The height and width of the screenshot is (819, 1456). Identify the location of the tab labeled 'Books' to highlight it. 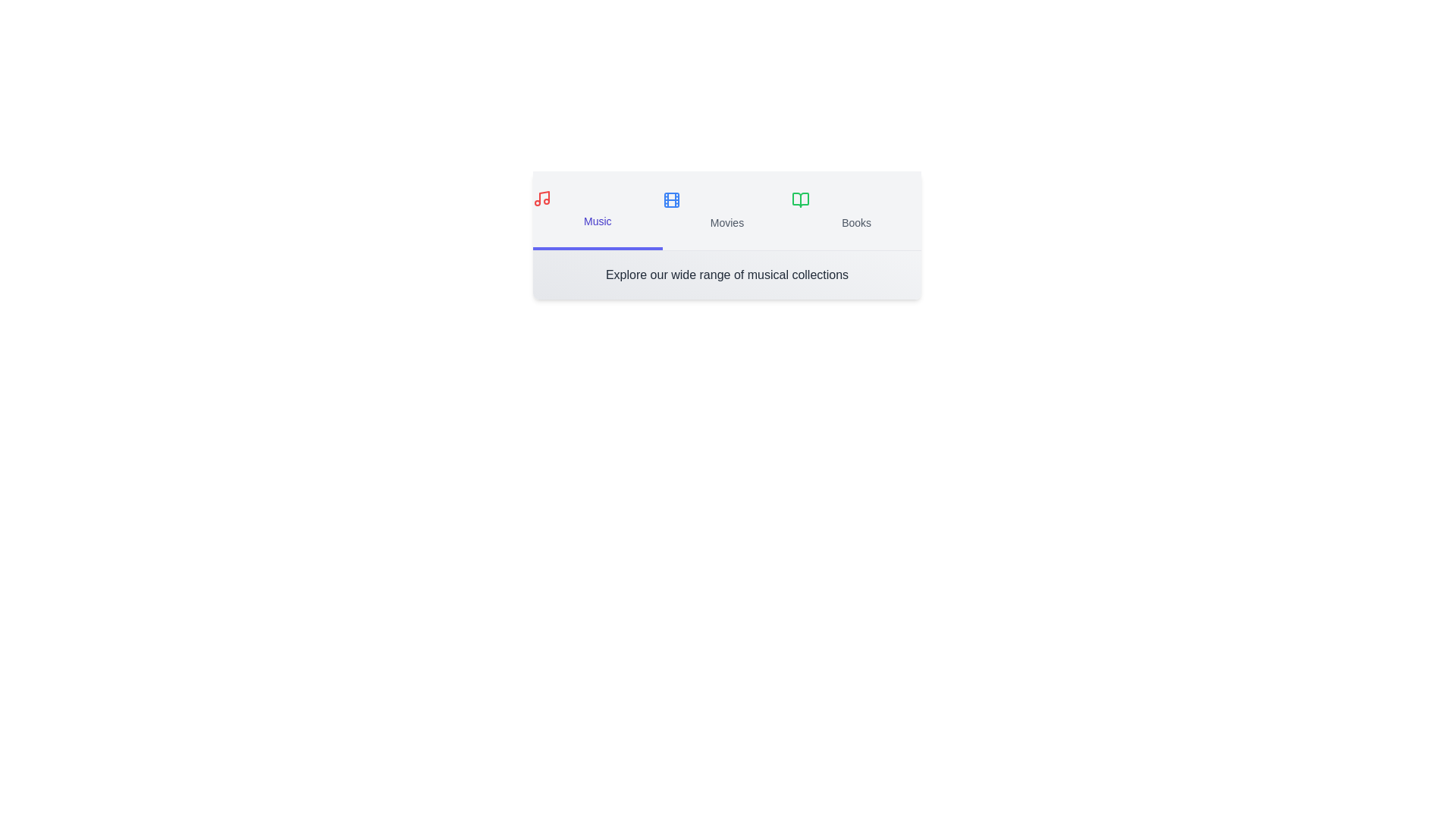
(855, 210).